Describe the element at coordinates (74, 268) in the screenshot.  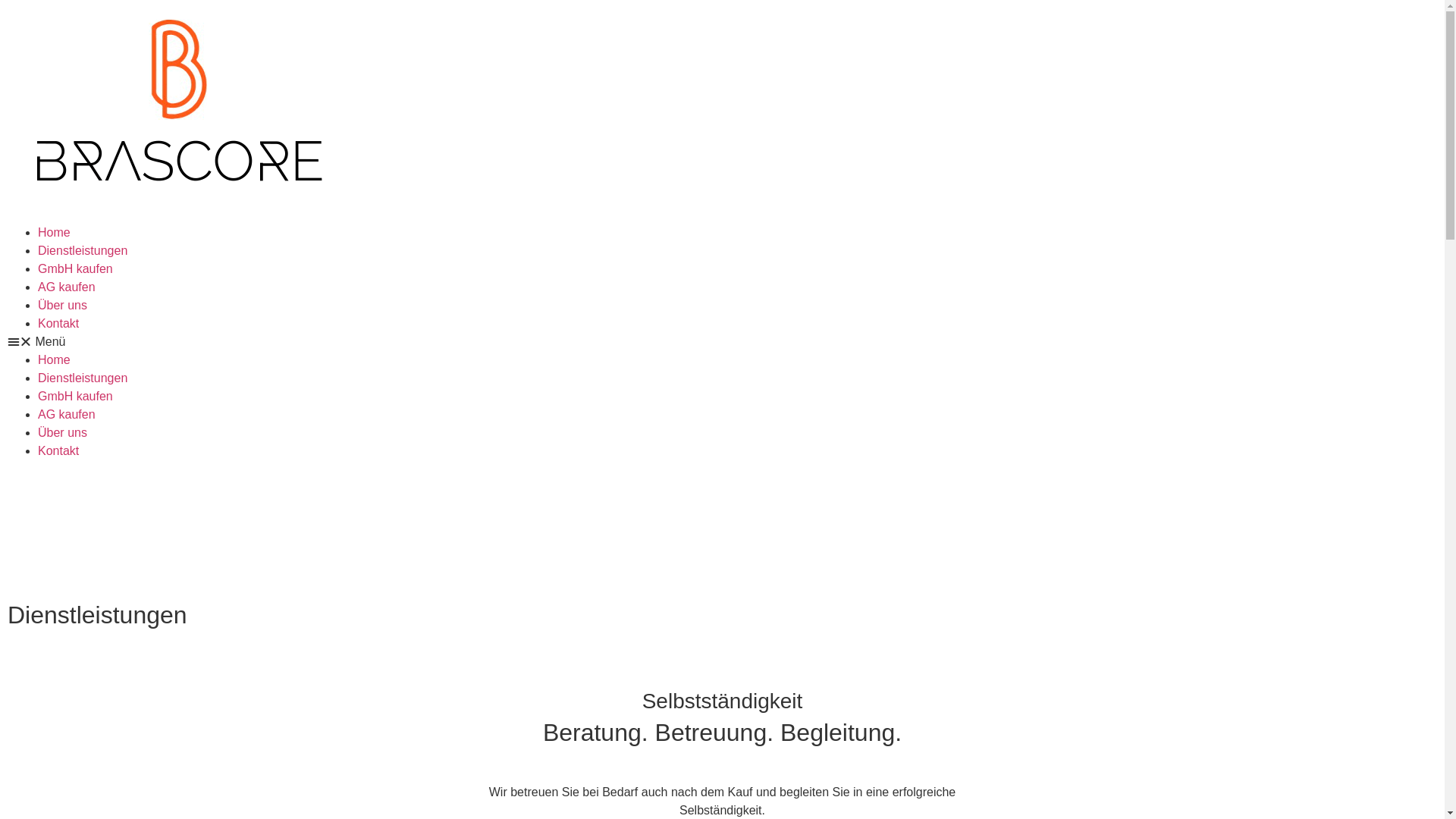
I see `'GmbH kaufen'` at that location.